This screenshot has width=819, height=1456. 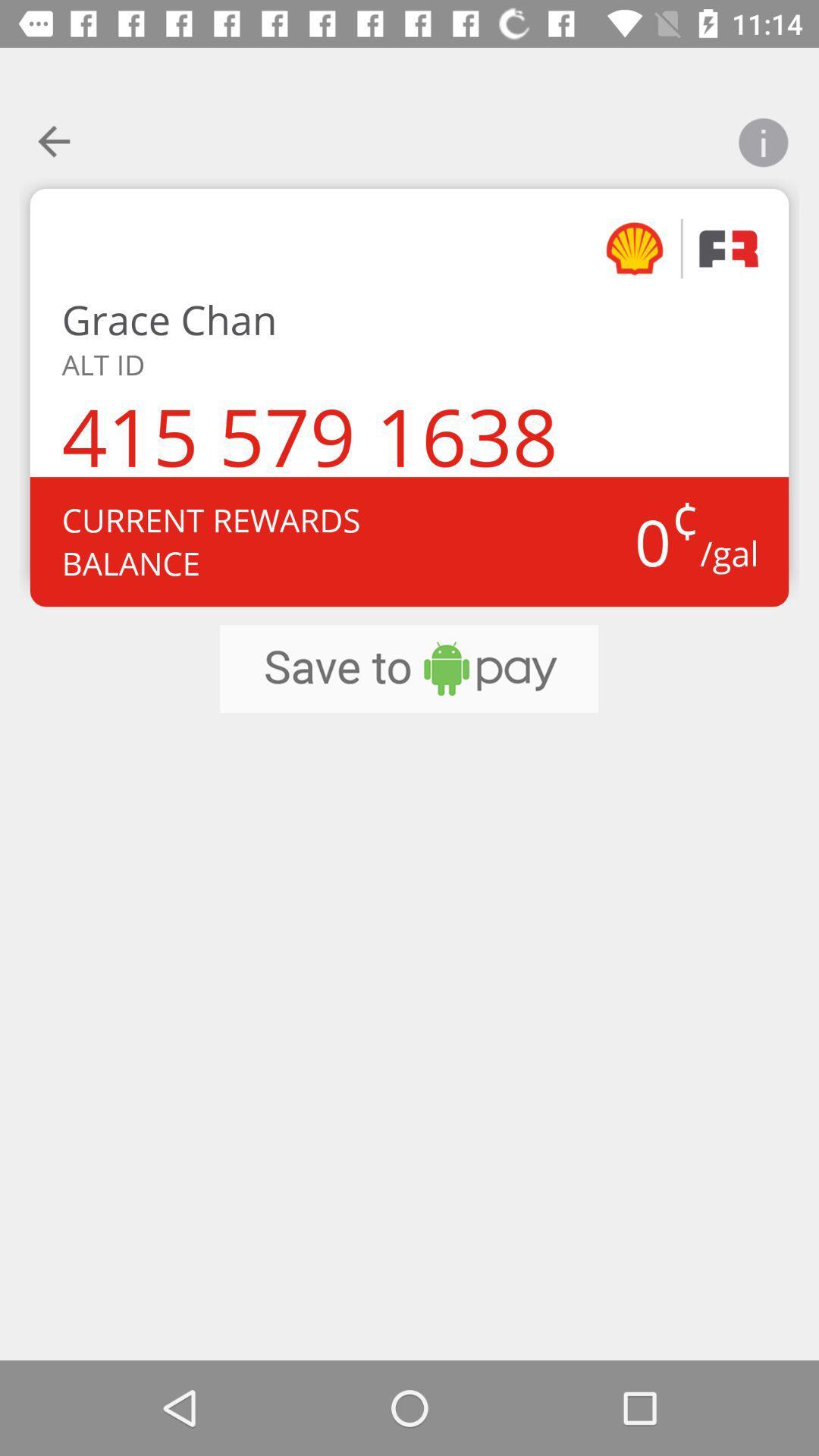 What do you see at coordinates (763, 133) in the screenshot?
I see `open information` at bounding box center [763, 133].